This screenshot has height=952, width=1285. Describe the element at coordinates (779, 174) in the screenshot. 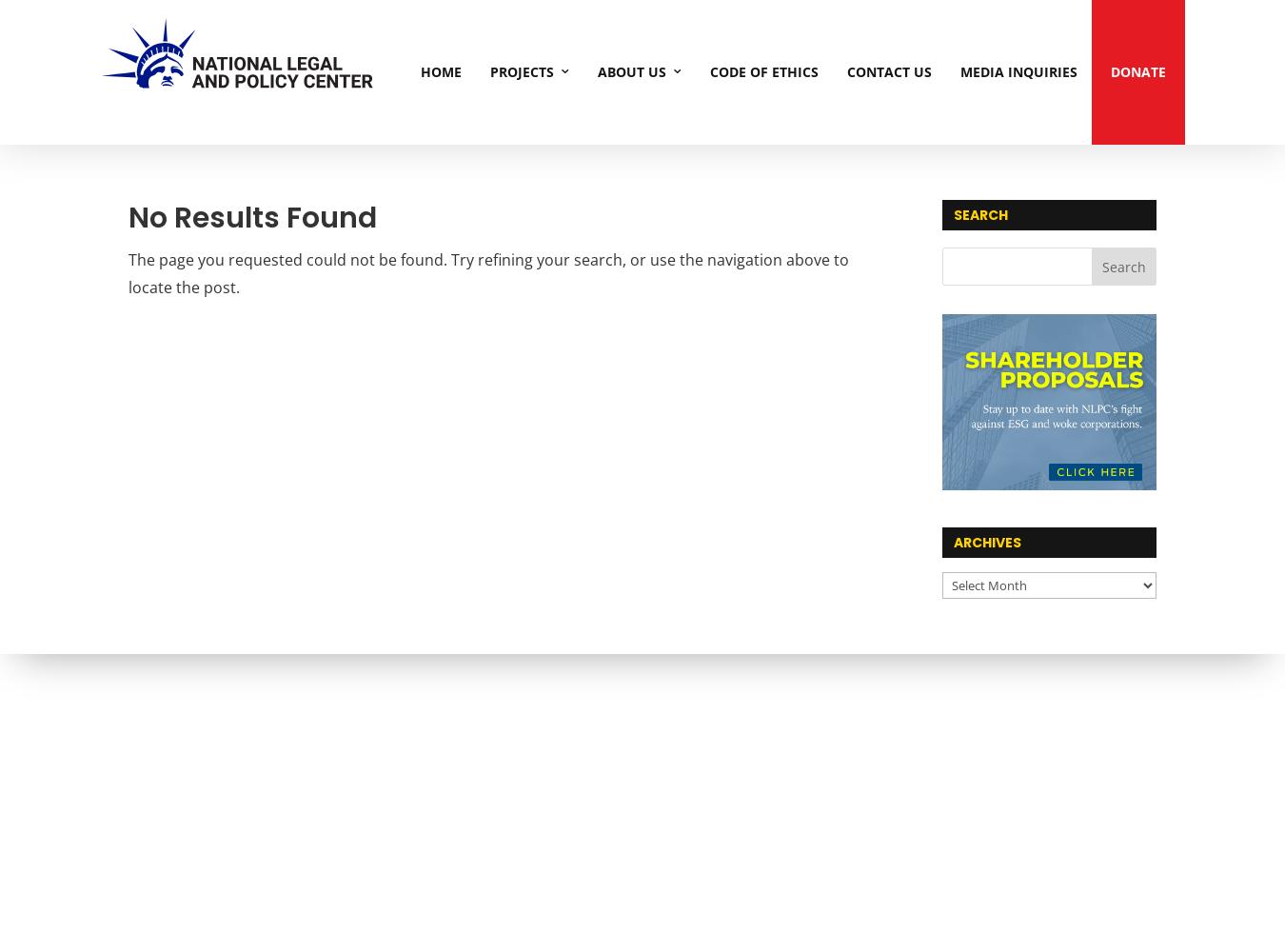

I see `'NLPC Resolutions'` at that location.